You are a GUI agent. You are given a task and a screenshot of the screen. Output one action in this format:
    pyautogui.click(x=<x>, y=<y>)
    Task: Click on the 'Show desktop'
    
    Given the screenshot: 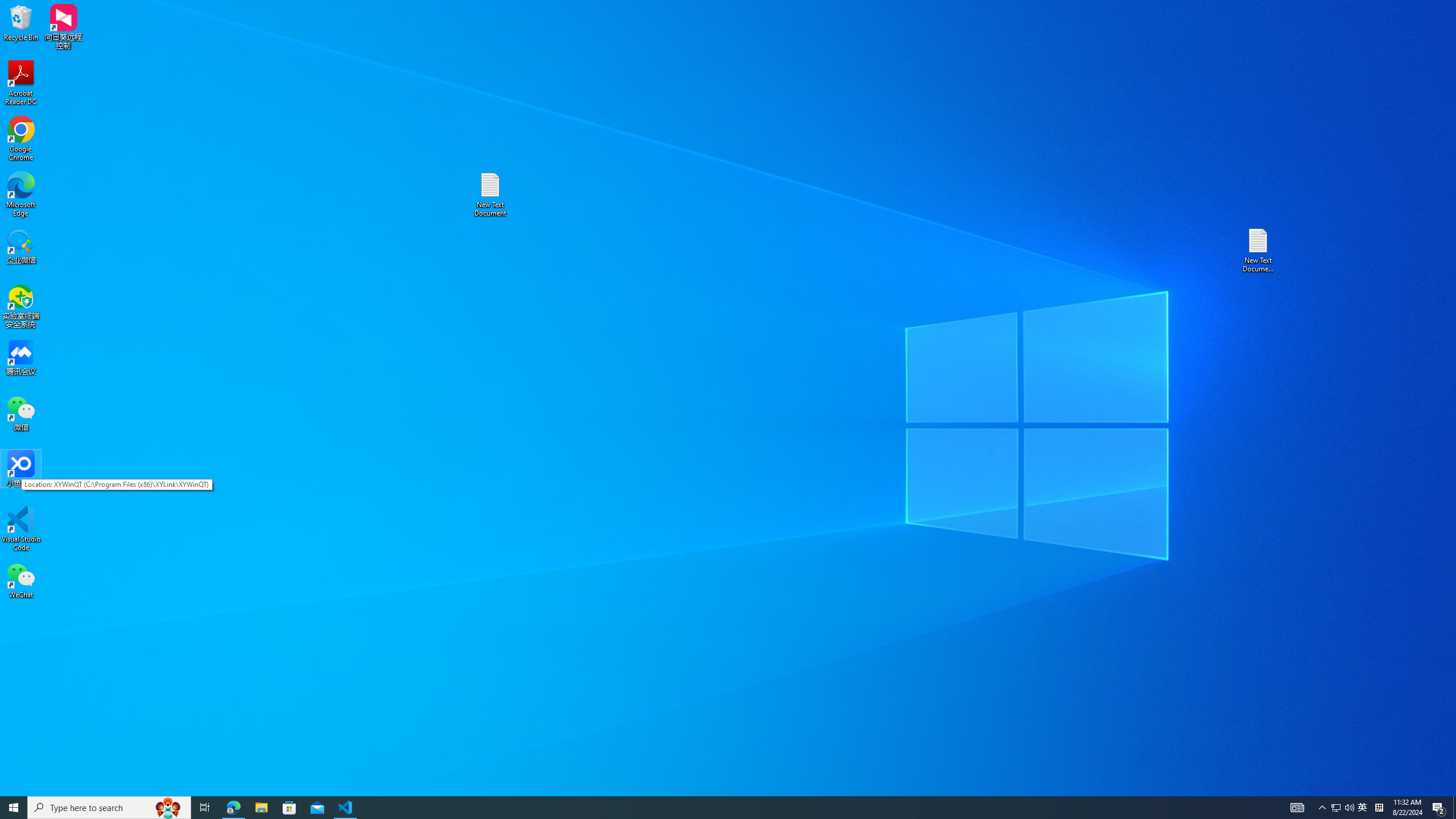 What is the action you would take?
    pyautogui.click(x=1454, y=806)
    